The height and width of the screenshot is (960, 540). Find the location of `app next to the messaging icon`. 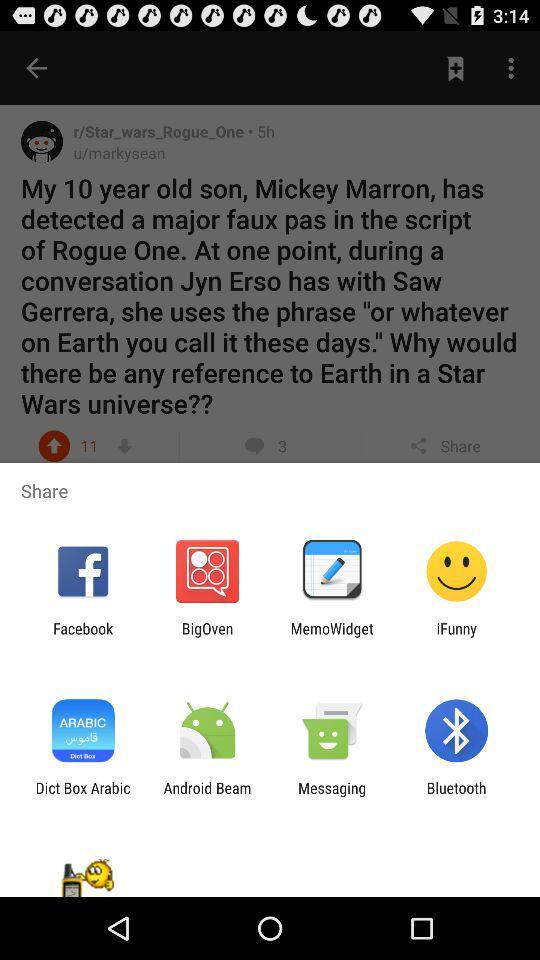

app next to the messaging icon is located at coordinates (206, 796).